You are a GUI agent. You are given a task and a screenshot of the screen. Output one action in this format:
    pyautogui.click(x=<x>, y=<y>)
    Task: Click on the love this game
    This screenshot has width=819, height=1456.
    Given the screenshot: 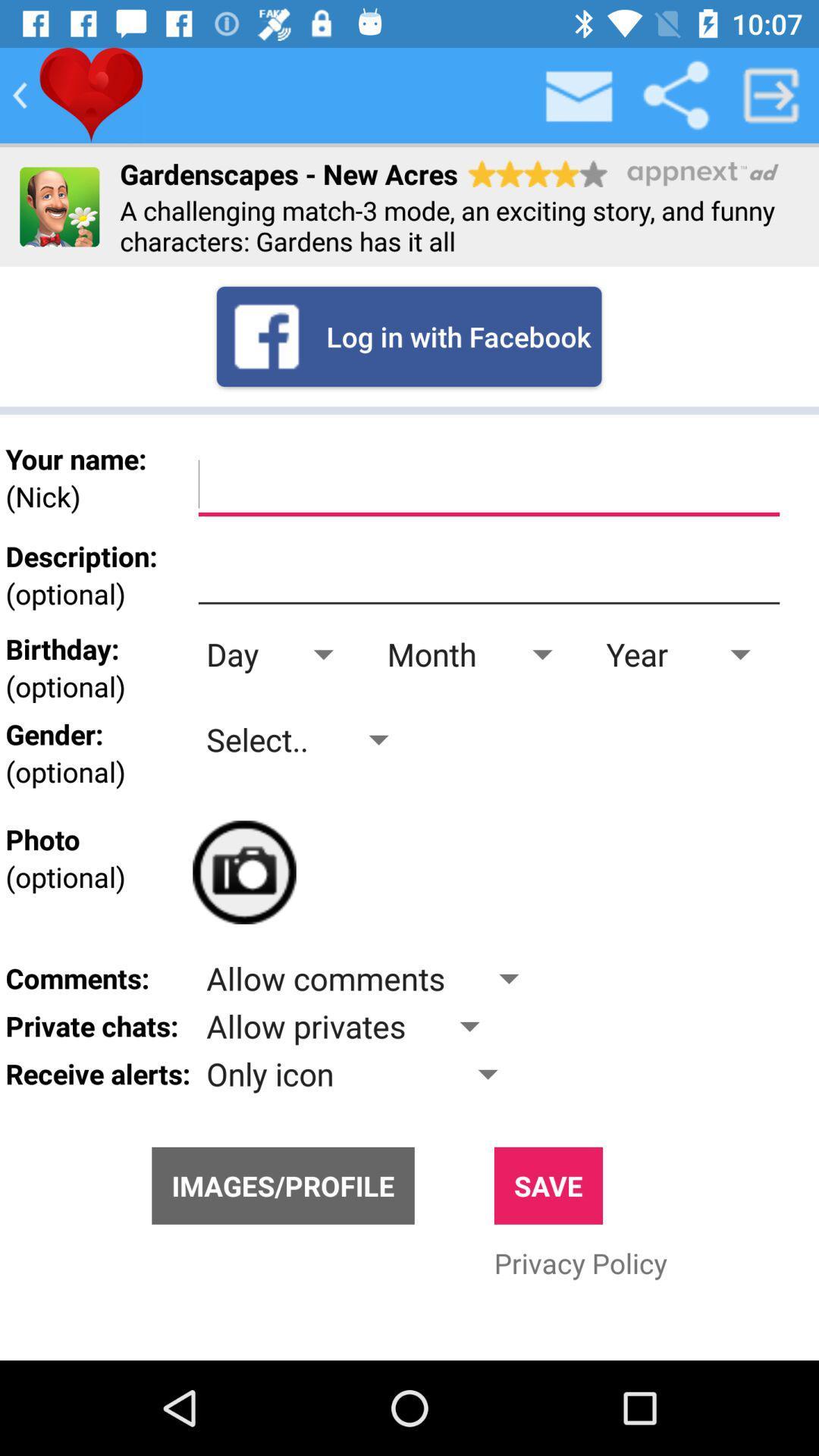 What is the action you would take?
    pyautogui.click(x=91, y=94)
    